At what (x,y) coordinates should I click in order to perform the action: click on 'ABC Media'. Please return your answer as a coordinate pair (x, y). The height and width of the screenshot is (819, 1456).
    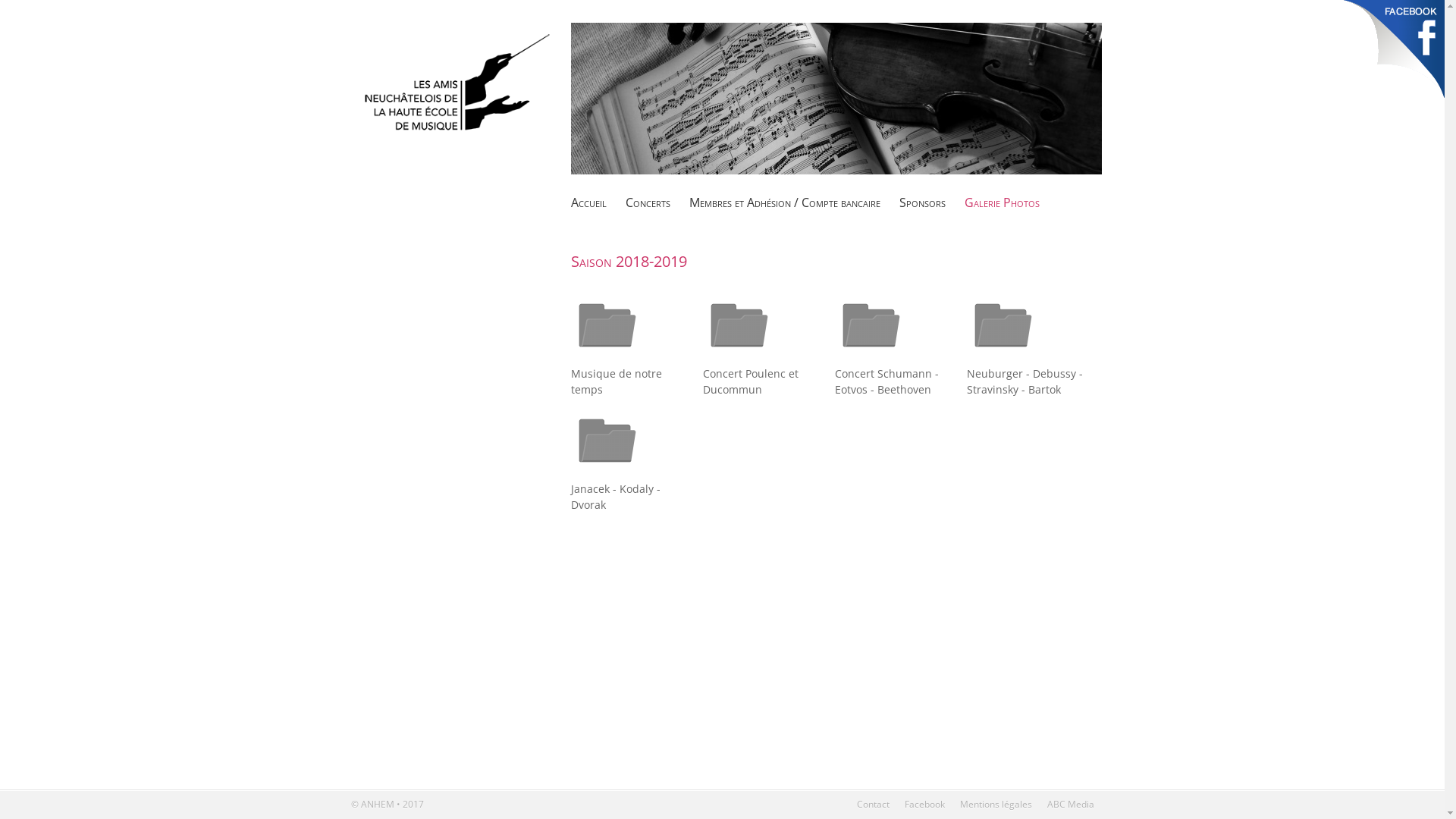
    Looking at the image, I should click on (1069, 803).